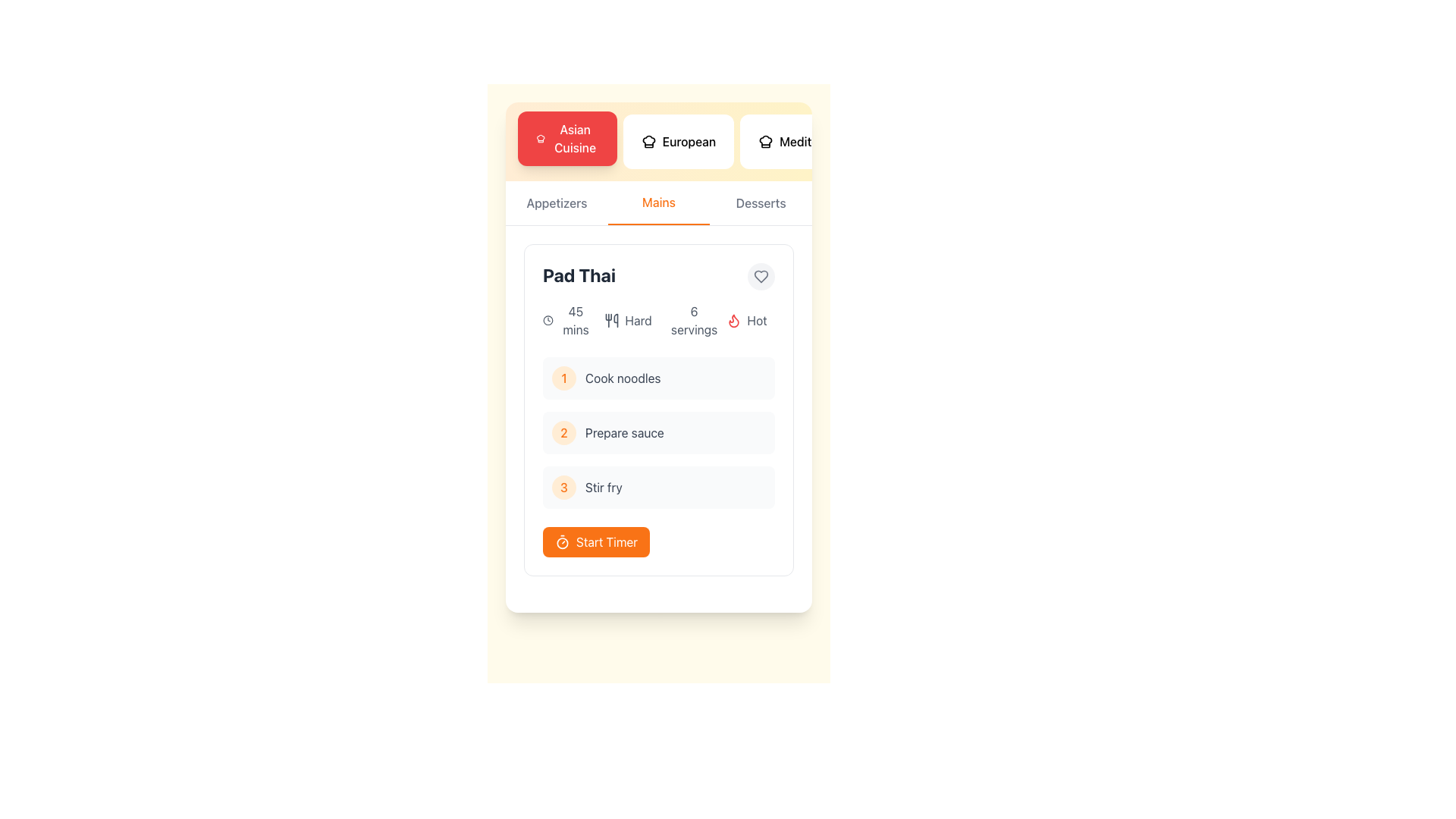 This screenshot has width=1456, height=819. I want to click on the text label displaying 'Hard', which is styled in gray and is the third element in a horizontal stack of recipe details, following a cutlery icon, so click(638, 320).